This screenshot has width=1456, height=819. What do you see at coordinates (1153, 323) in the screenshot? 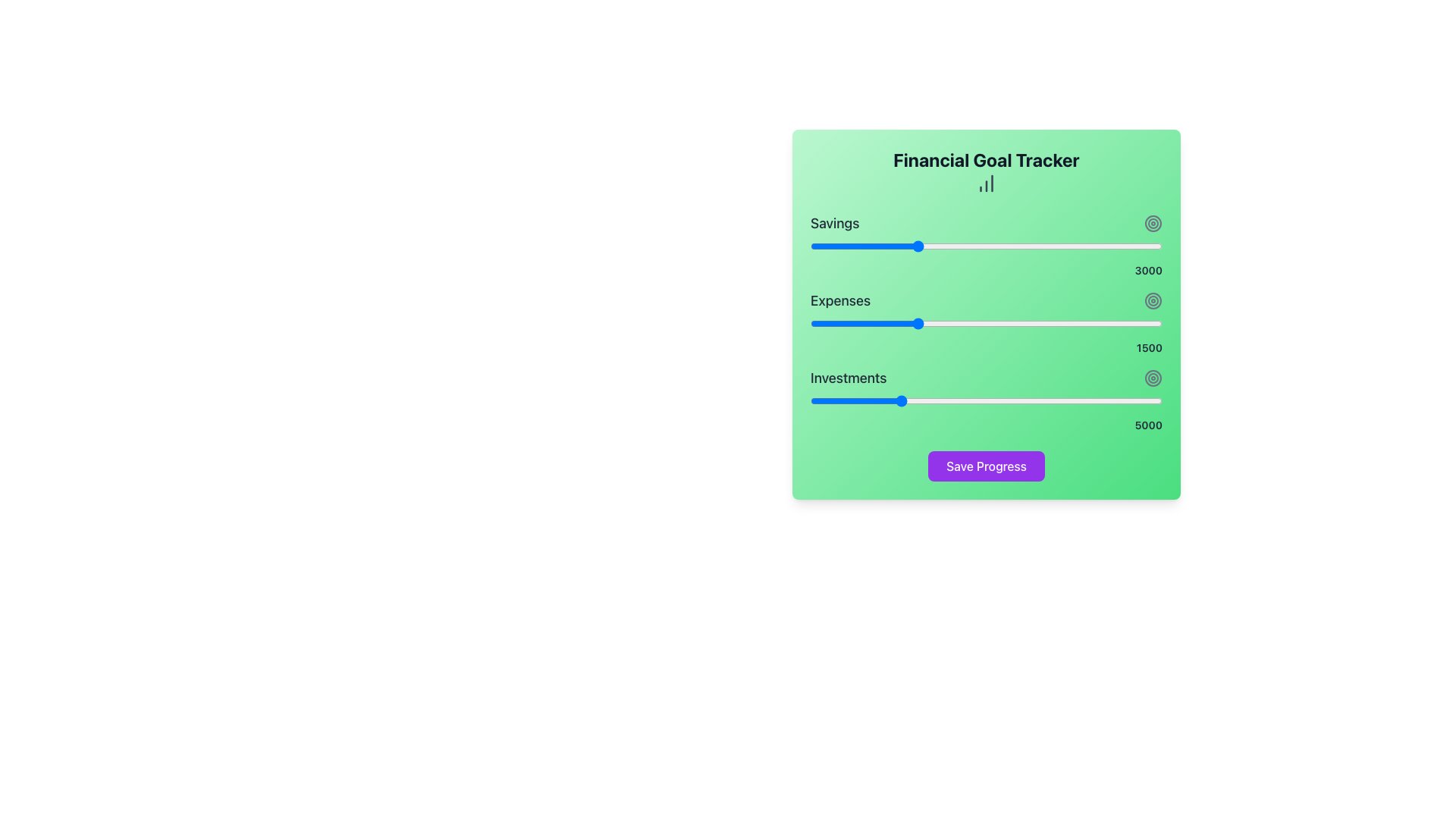
I see `the expense value` at bounding box center [1153, 323].